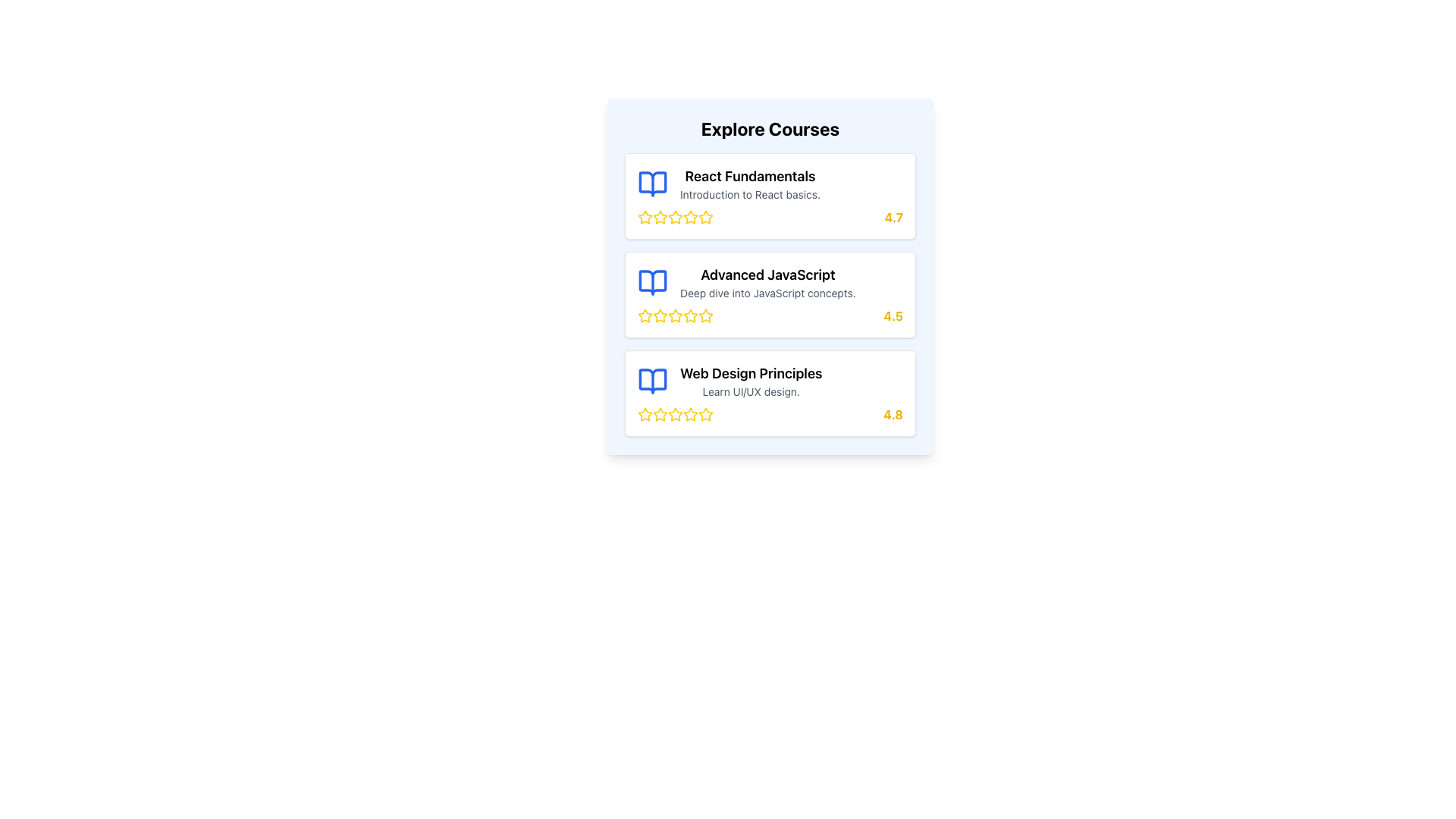 The height and width of the screenshot is (819, 1456). What do you see at coordinates (652, 184) in the screenshot?
I see `the SVG Icon representing the 'React Fundamentals' course, which symbolizes an open book and is located at the top of the course list adjacent to the course title and description texts` at bounding box center [652, 184].